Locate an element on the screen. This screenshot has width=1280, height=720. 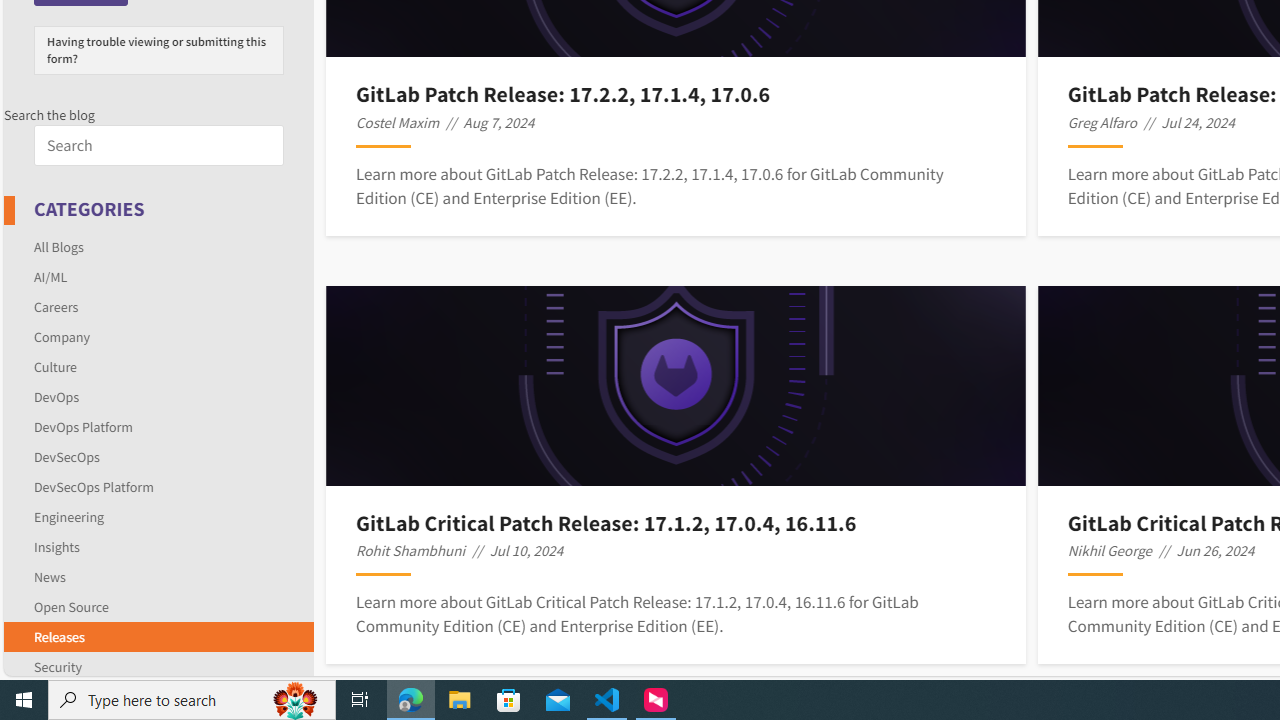
'DevSecOps Platform' is located at coordinates (157, 486).